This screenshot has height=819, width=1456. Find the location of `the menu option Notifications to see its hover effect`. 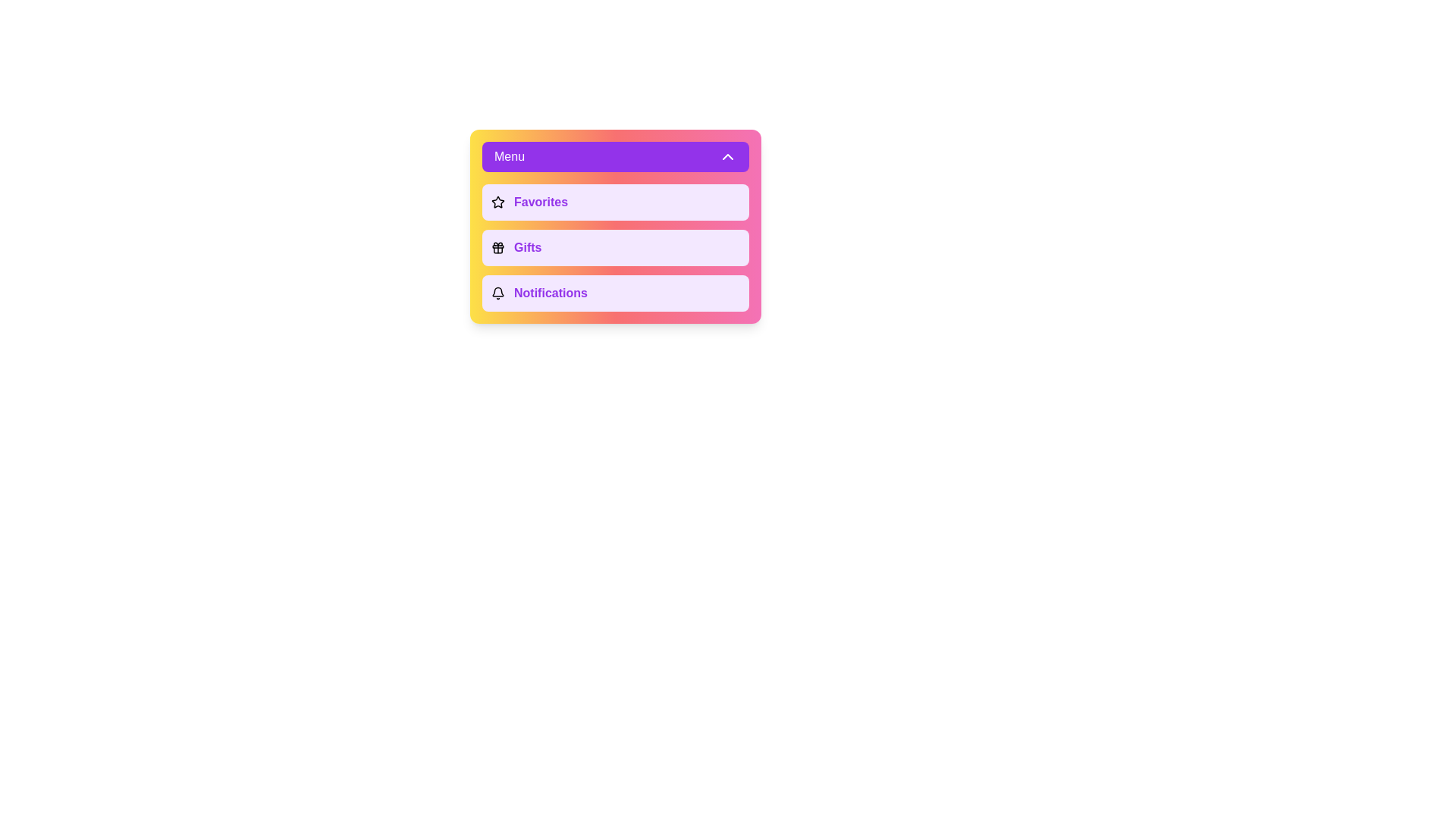

the menu option Notifications to see its hover effect is located at coordinates (615, 293).